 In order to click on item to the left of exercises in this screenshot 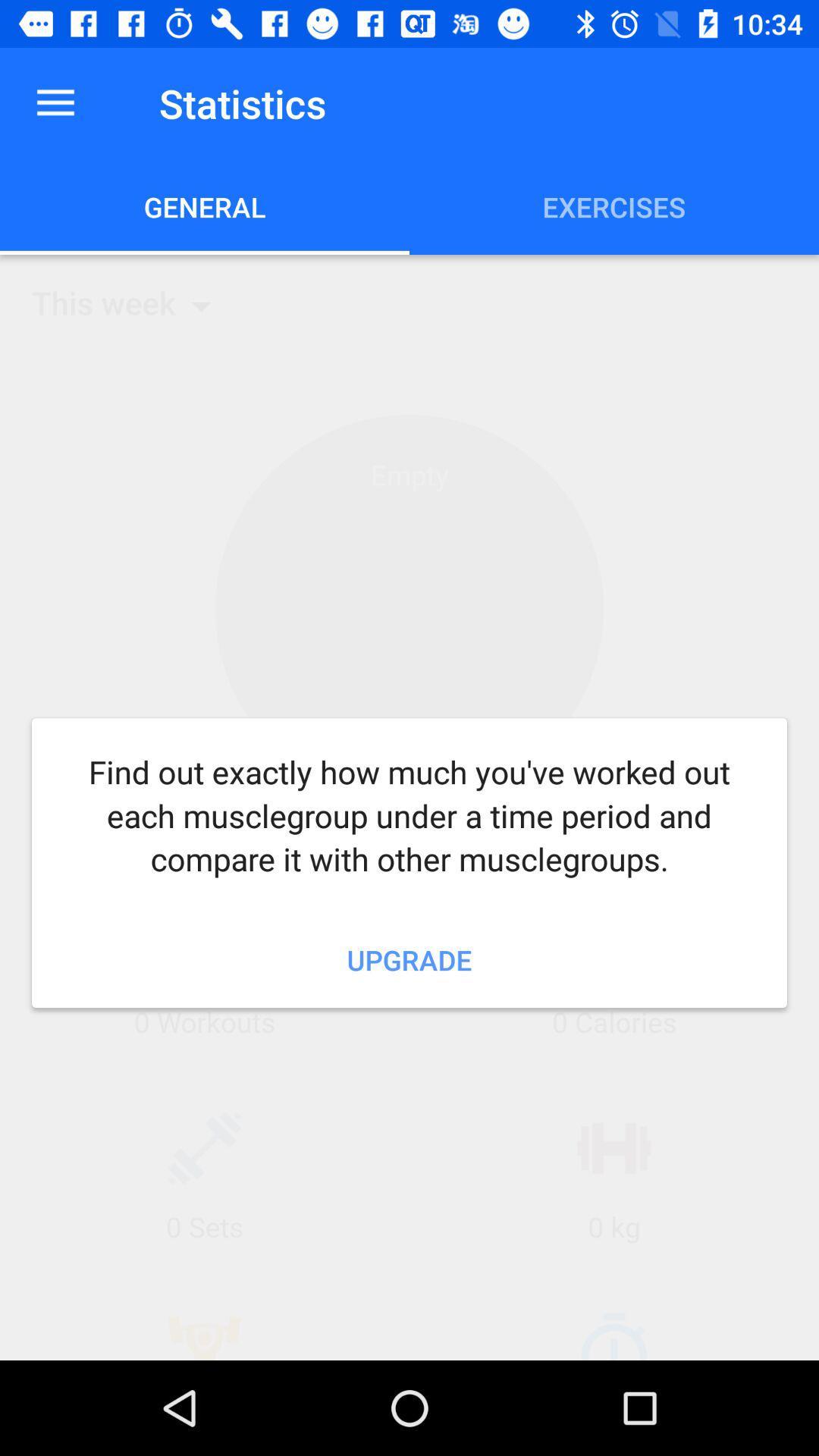, I will do `click(205, 206)`.